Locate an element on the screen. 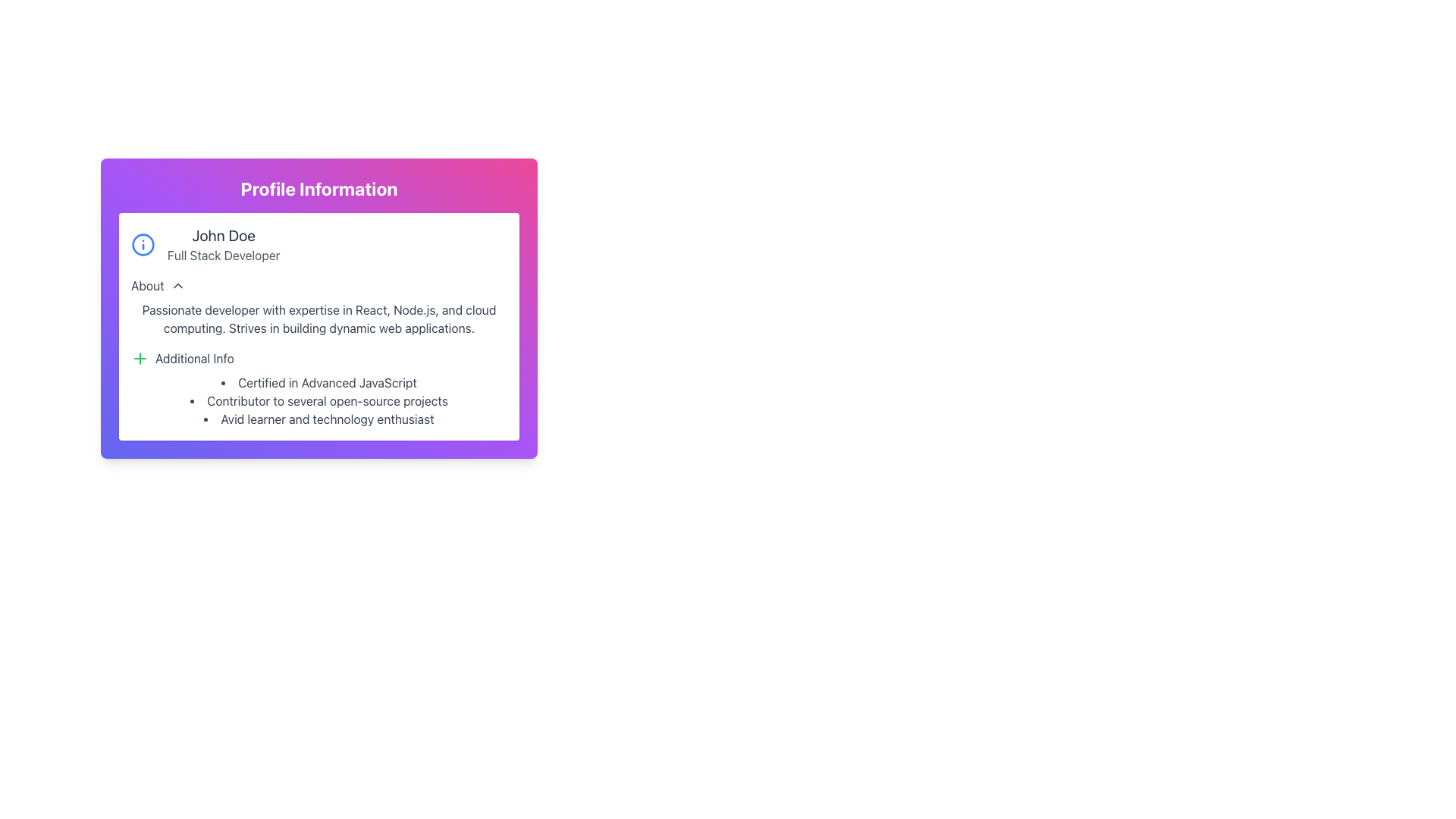 The height and width of the screenshot is (819, 1456). the 'About' text block that contains a heading in bold labeled 'About' and a paragraph detailing a developer's expertise in React and Node.js, positioned between the 'John Doe Full Stack Developer' section and the 'Additional Info' section is located at coordinates (318, 307).